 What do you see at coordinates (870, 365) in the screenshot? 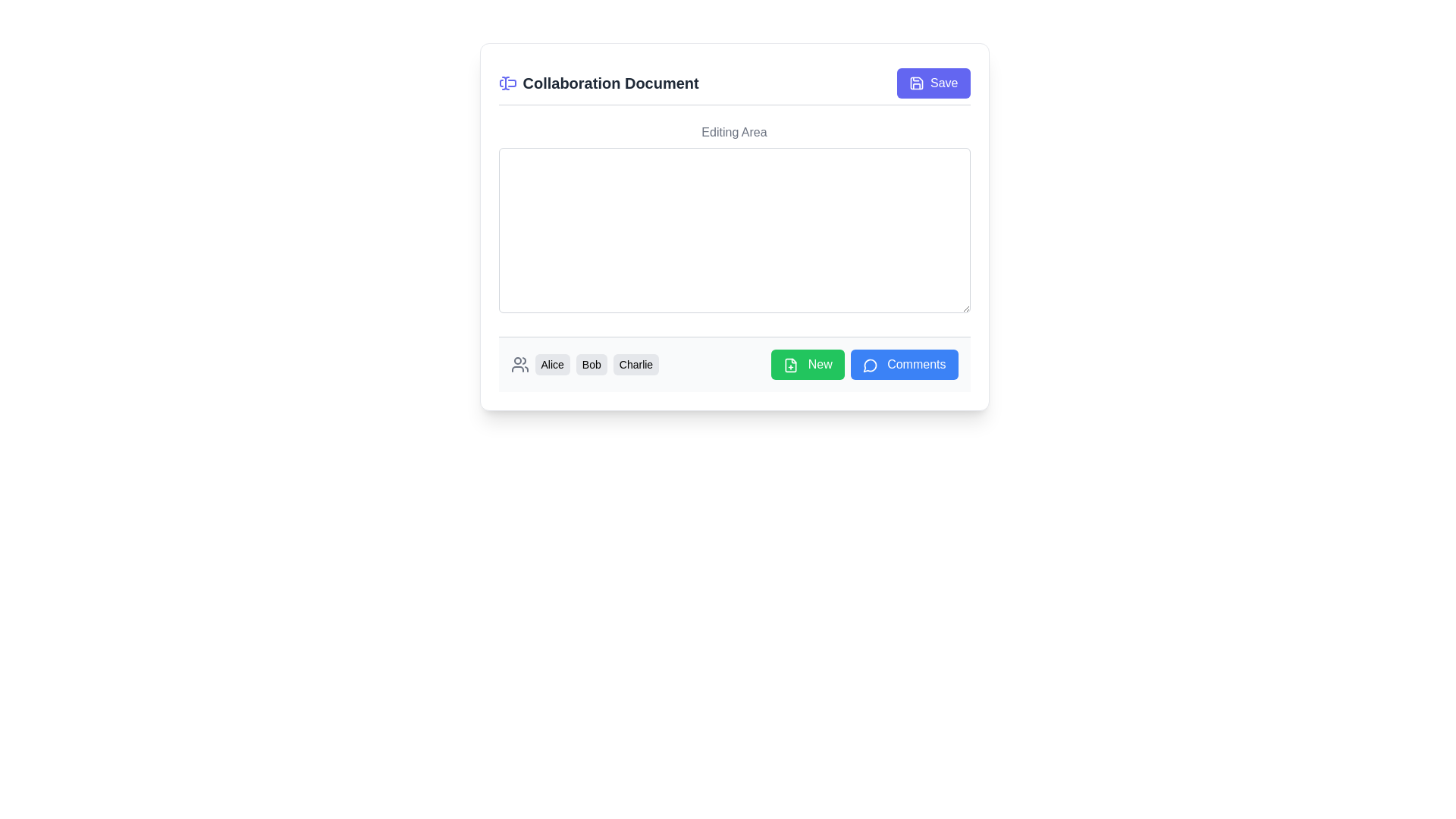
I see `the 'comments' icon located on the left side of the 'Comments' button to enhance its functionality` at bounding box center [870, 365].